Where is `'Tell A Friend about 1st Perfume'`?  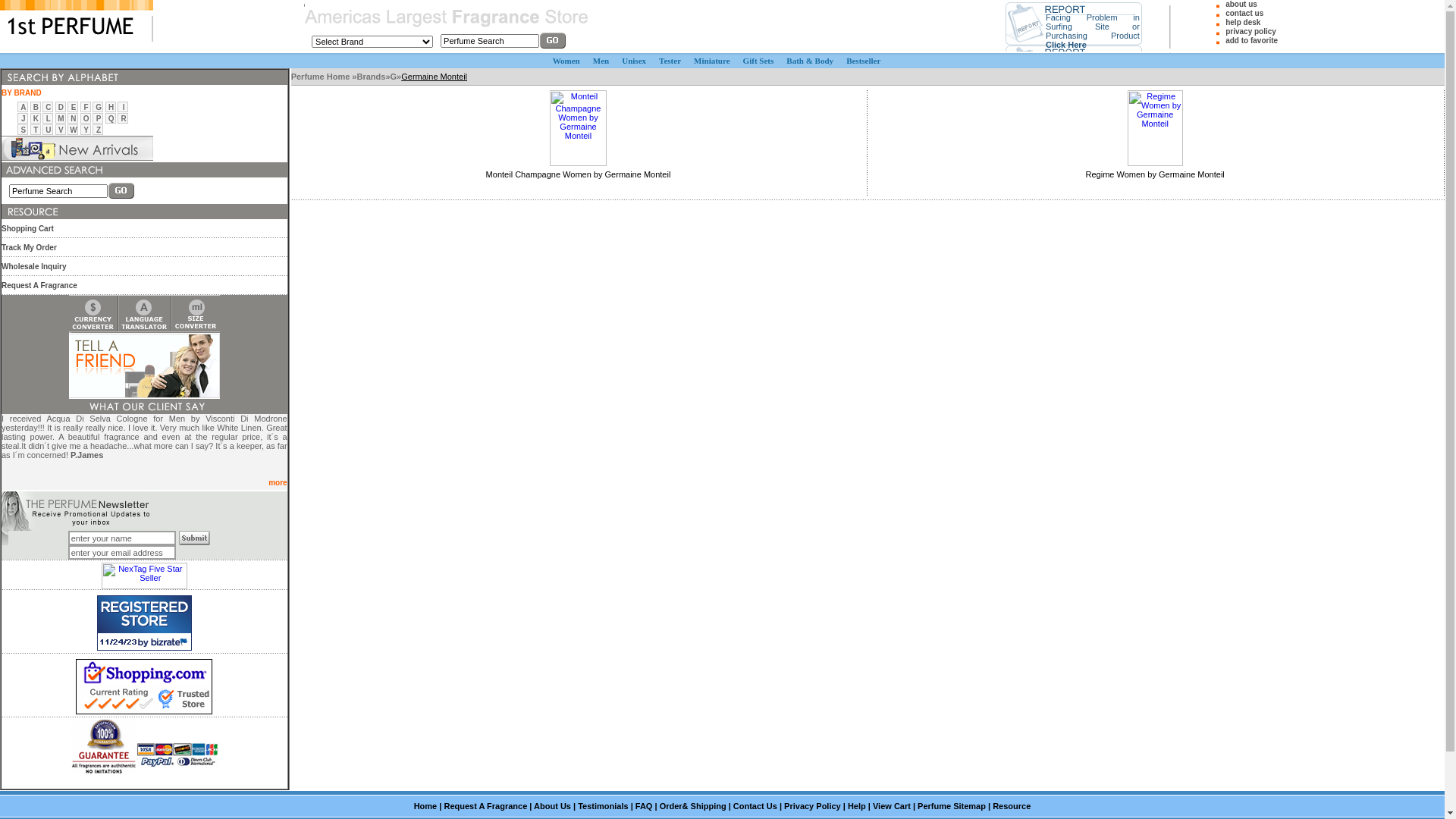 'Tell A Friend about 1st Perfume' is located at coordinates (144, 366).